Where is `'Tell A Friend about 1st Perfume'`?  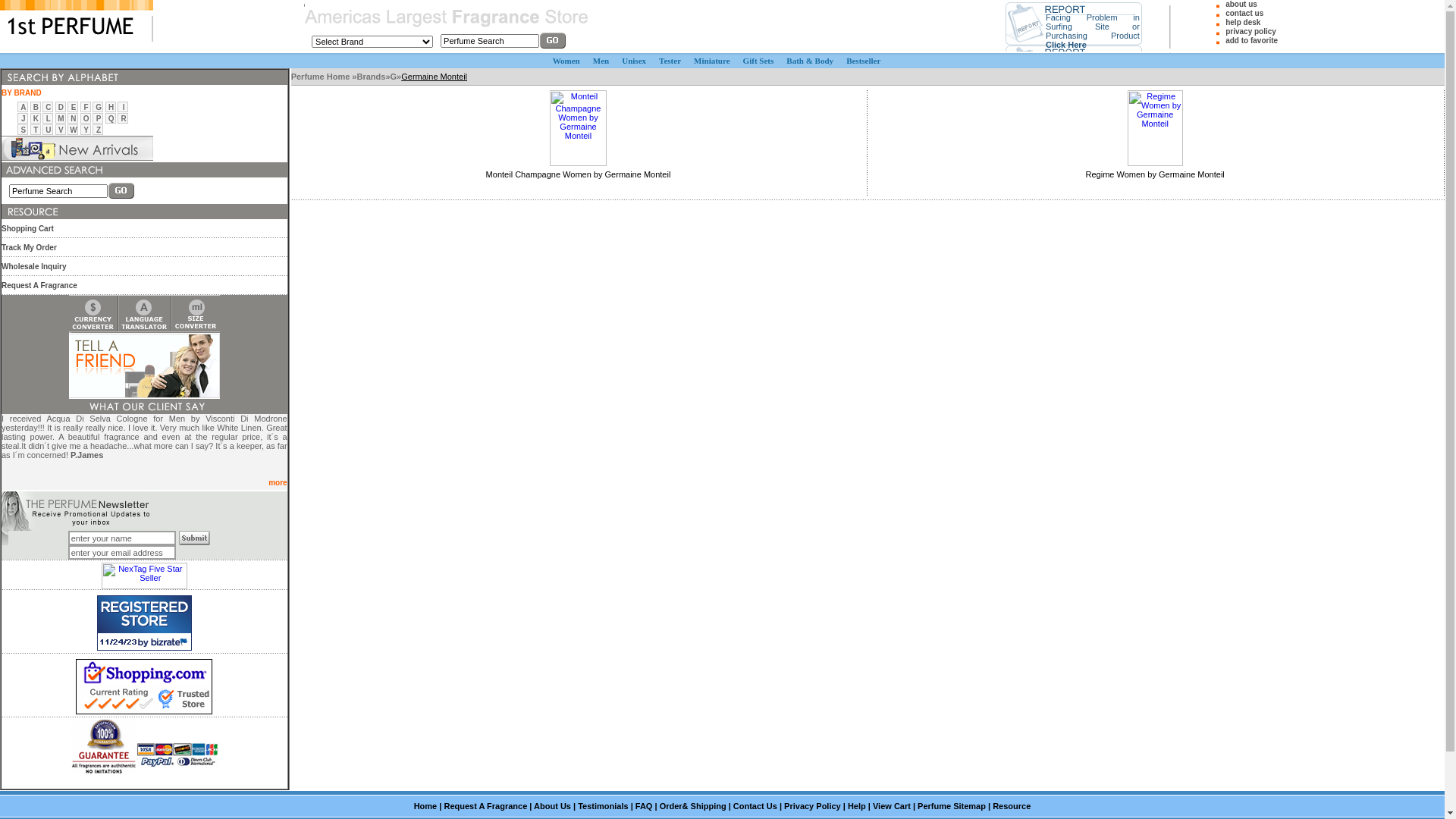 'Tell A Friend about 1st Perfume' is located at coordinates (144, 366).